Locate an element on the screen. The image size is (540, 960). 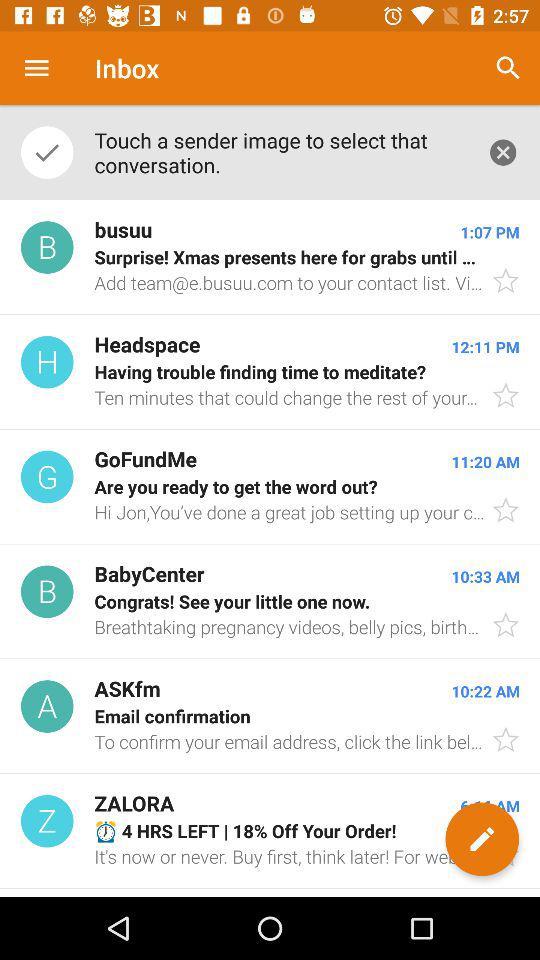
the icon below touch a sender is located at coordinates (270, 256).